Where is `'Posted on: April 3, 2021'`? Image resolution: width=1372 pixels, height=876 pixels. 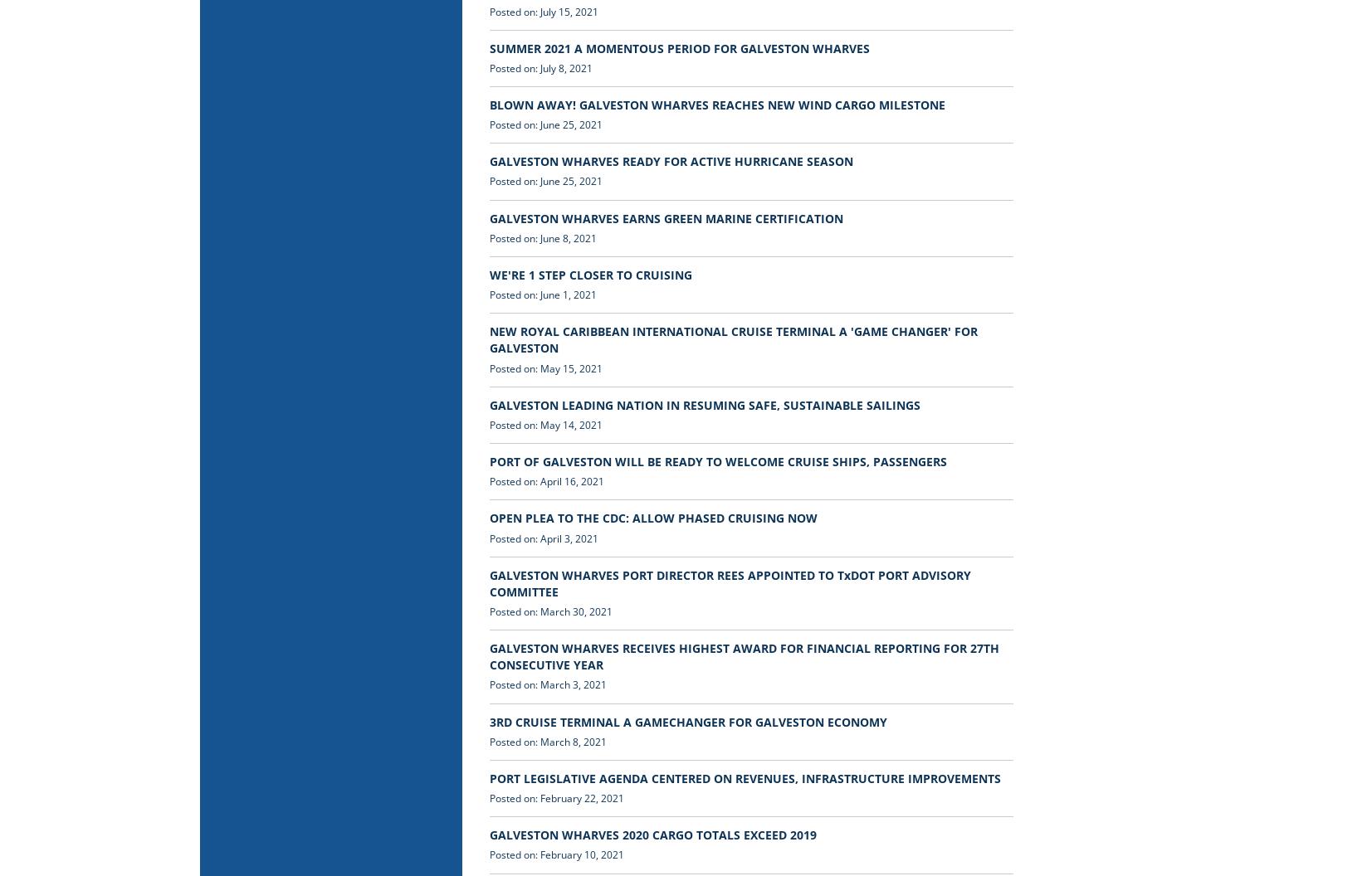
'Posted on: April 3, 2021' is located at coordinates (543, 537).